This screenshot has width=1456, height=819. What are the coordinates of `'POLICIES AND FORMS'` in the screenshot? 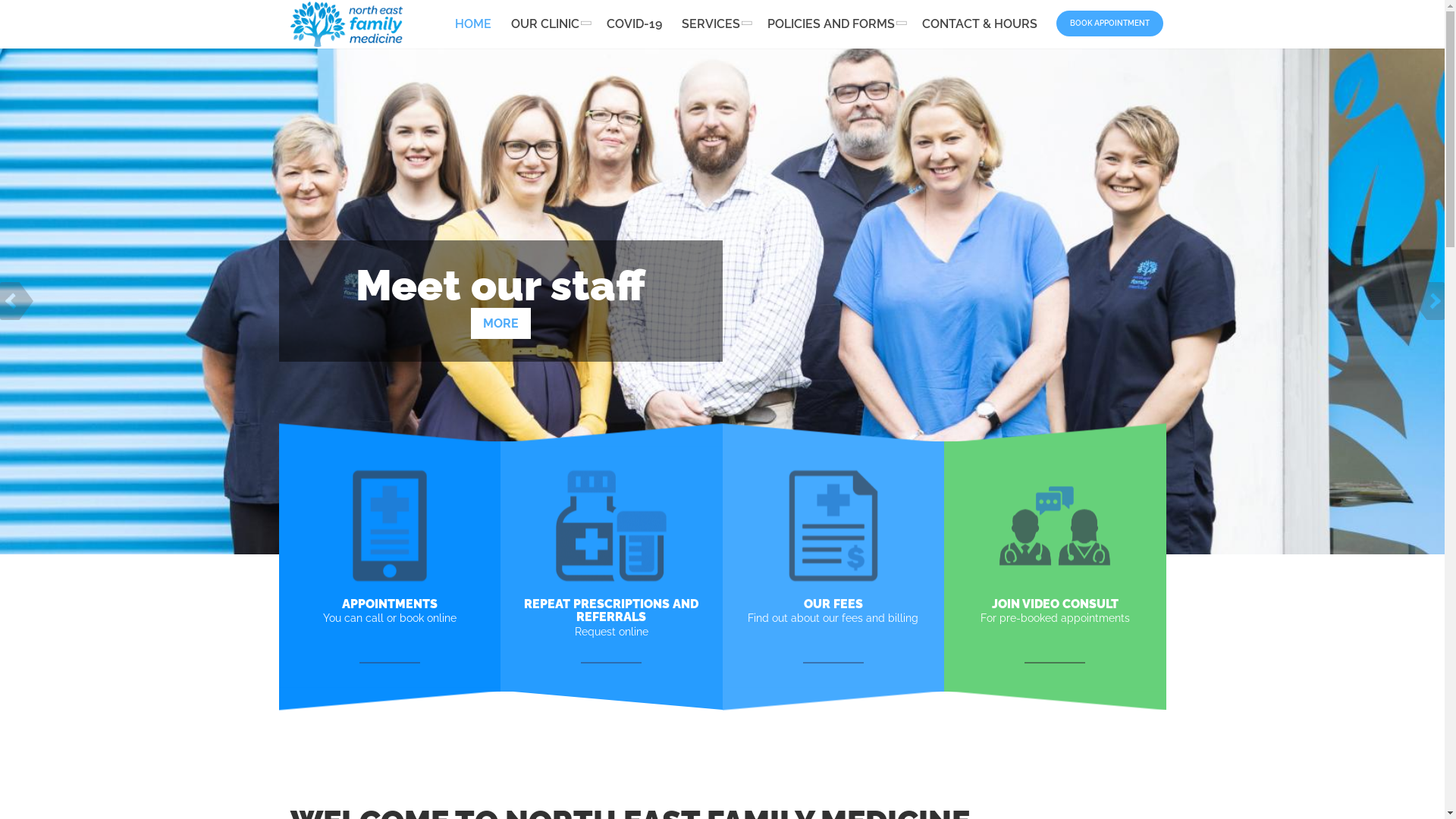 It's located at (833, 24).